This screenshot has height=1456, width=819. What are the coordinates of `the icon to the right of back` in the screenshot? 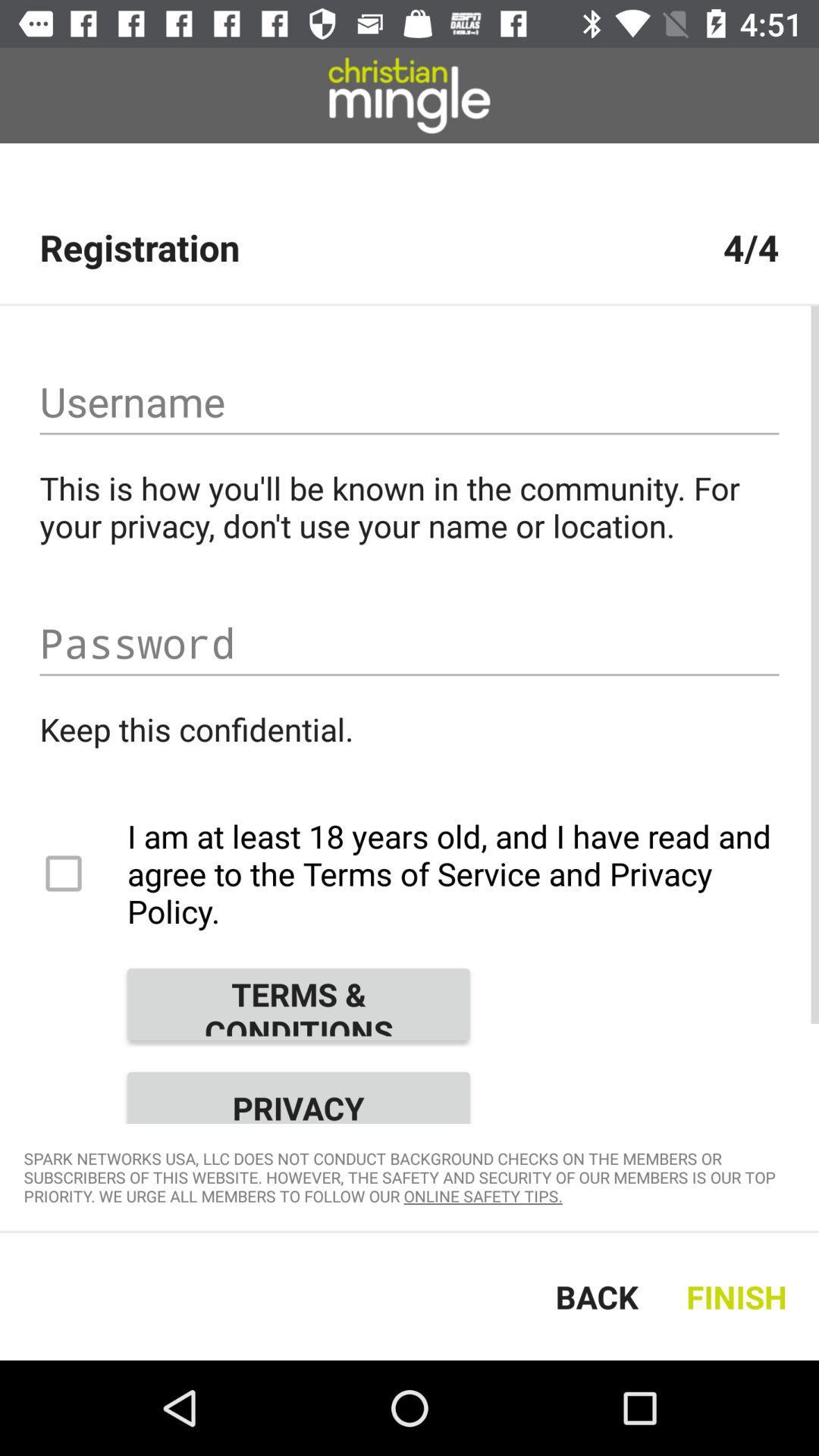 It's located at (739, 1295).